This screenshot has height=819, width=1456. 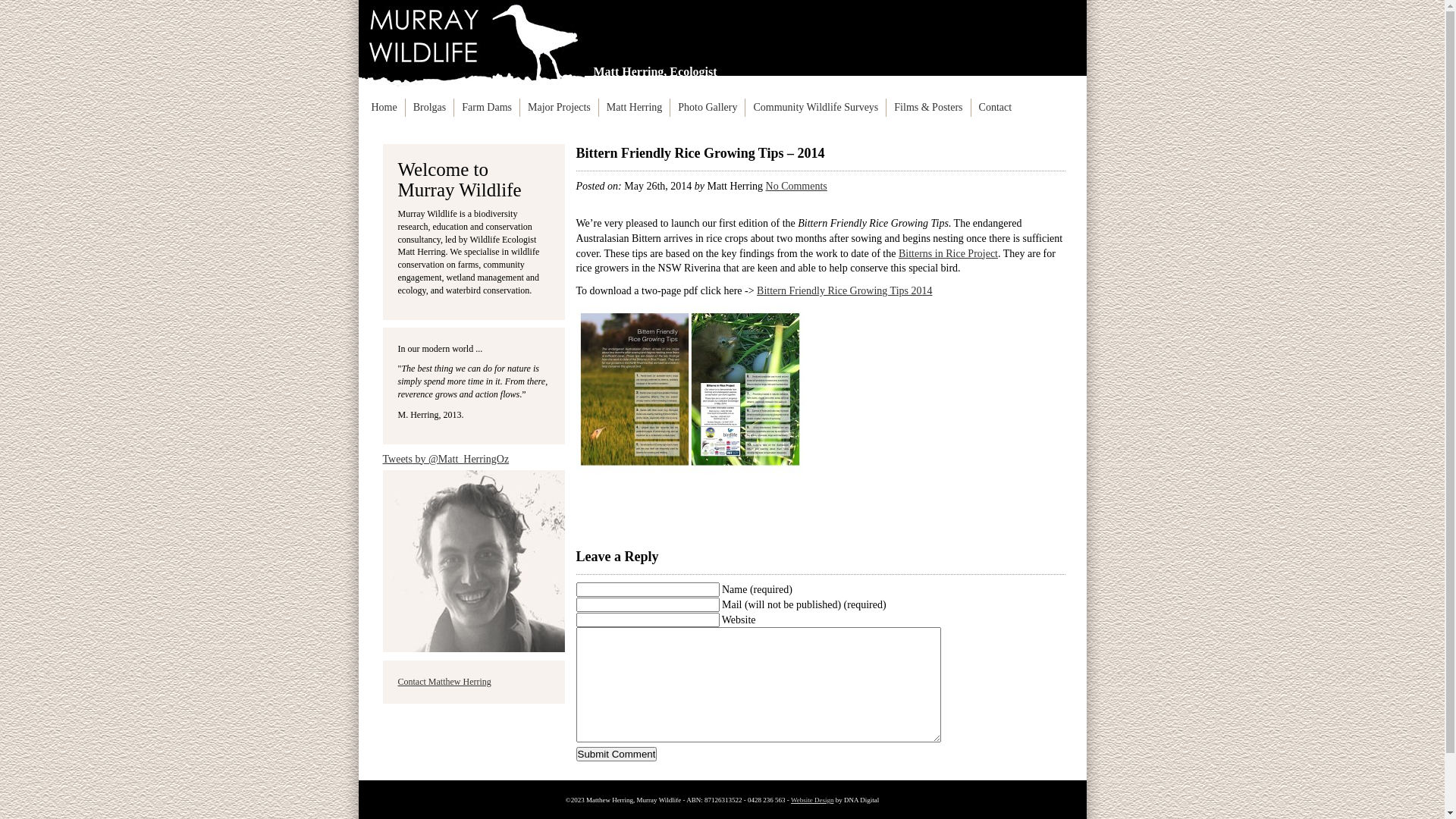 What do you see at coordinates (384, 107) in the screenshot?
I see `'Home'` at bounding box center [384, 107].